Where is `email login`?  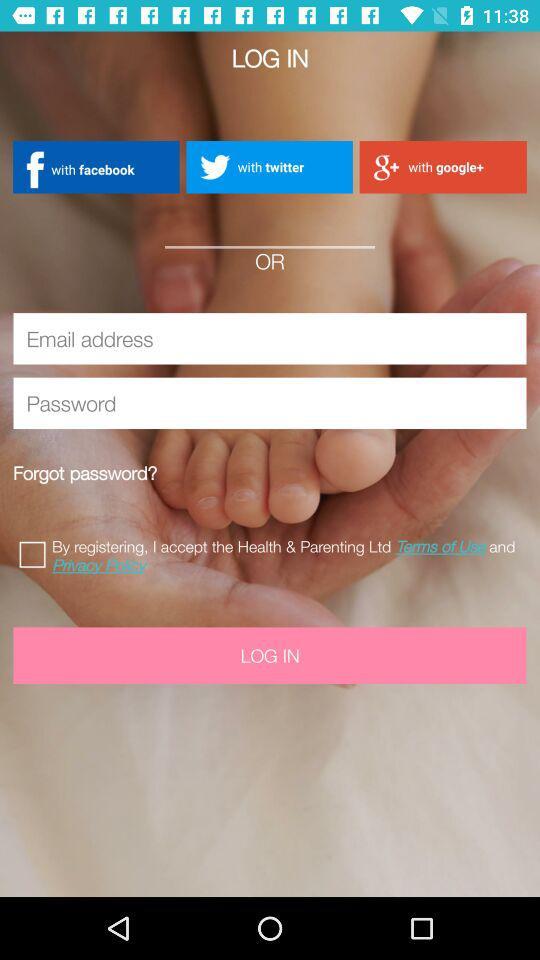 email login is located at coordinates (270, 338).